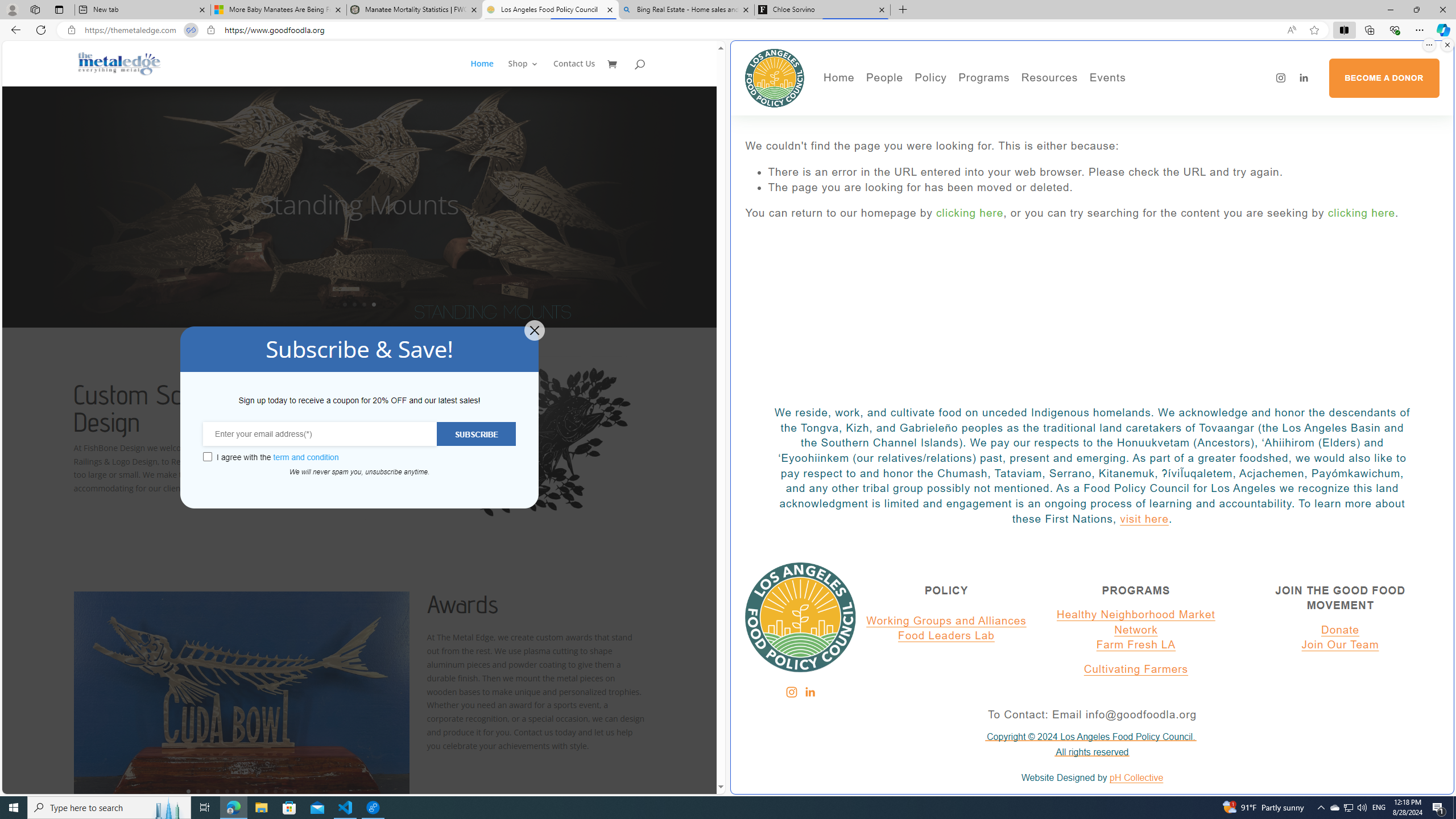  Describe the element at coordinates (685, 9) in the screenshot. I see `'Bing Real Estate - Home sales and rental listings'` at that location.